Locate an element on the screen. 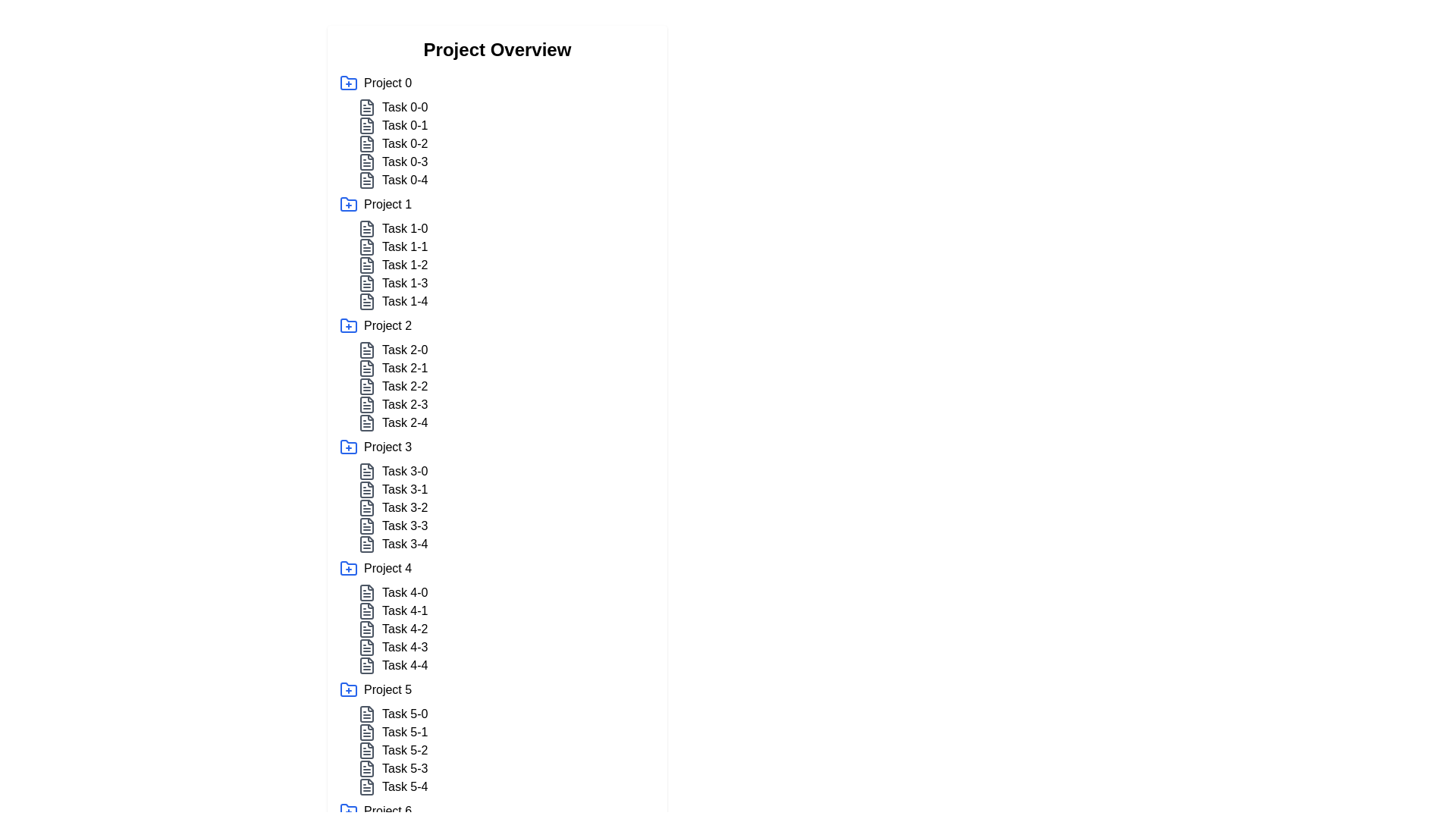 This screenshot has height=819, width=1456. the SVG graphical icon representing the list item 'Task 2-1' which is positioned directly to the left of the text labeled 'Task 2-1' in the hierarchical list under 'Project 2' is located at coordinates (367, 369).